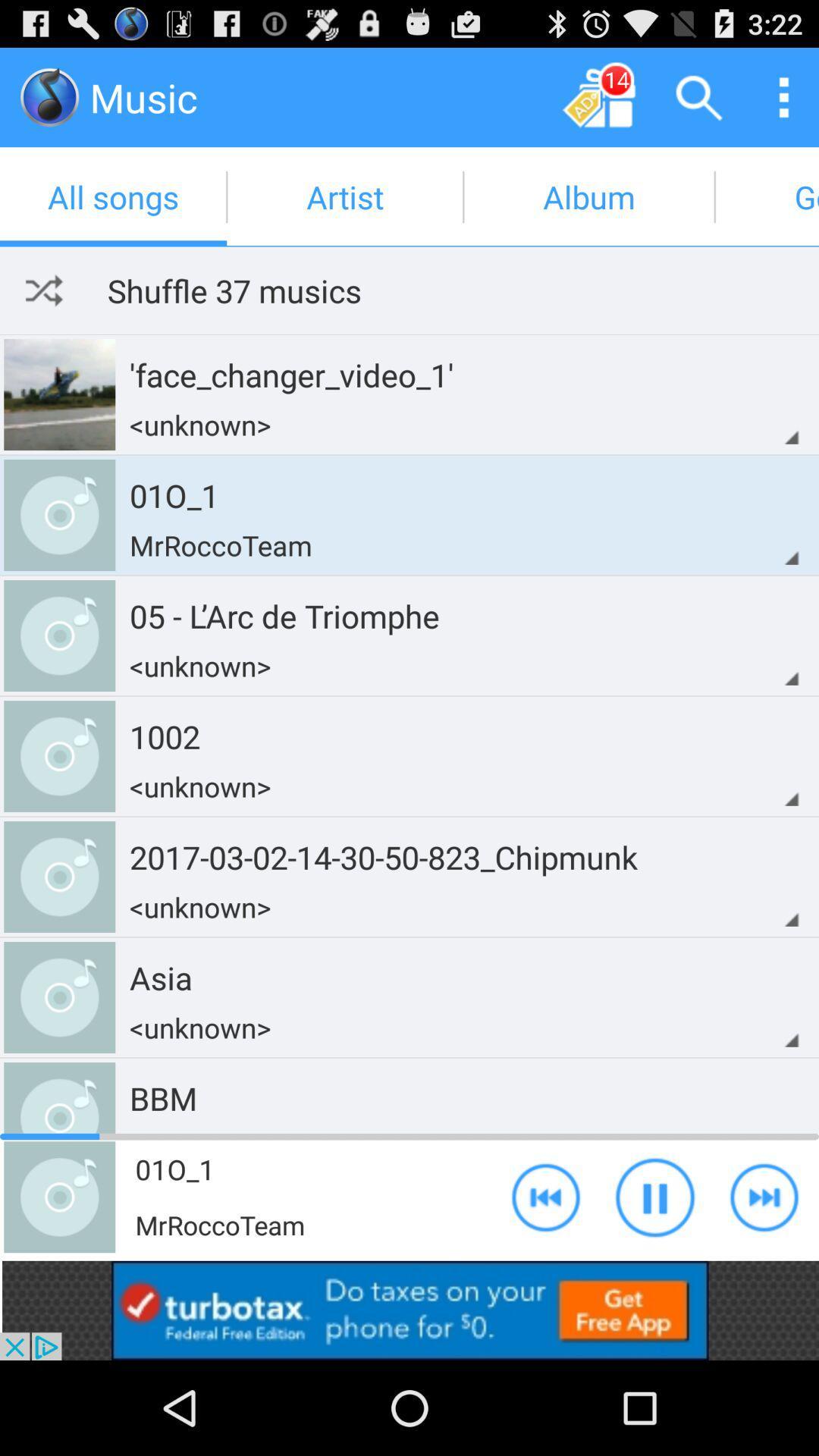 Image resolution: width=819 pixels, height=1456 pixels. What do you see at coordinates (49, 96) in the screenshot?
I see `music` at bounding box center [49, 96].